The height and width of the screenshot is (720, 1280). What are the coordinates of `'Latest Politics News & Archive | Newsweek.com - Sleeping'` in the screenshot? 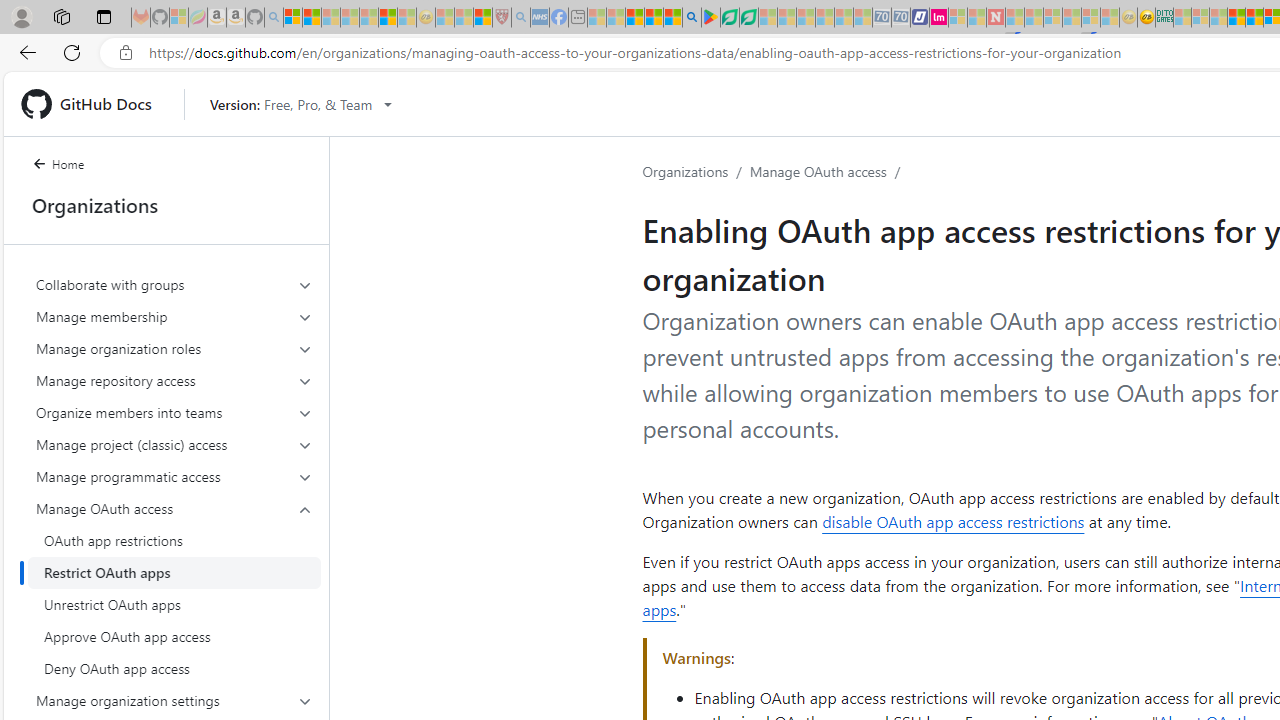 It's located at (995, 17).